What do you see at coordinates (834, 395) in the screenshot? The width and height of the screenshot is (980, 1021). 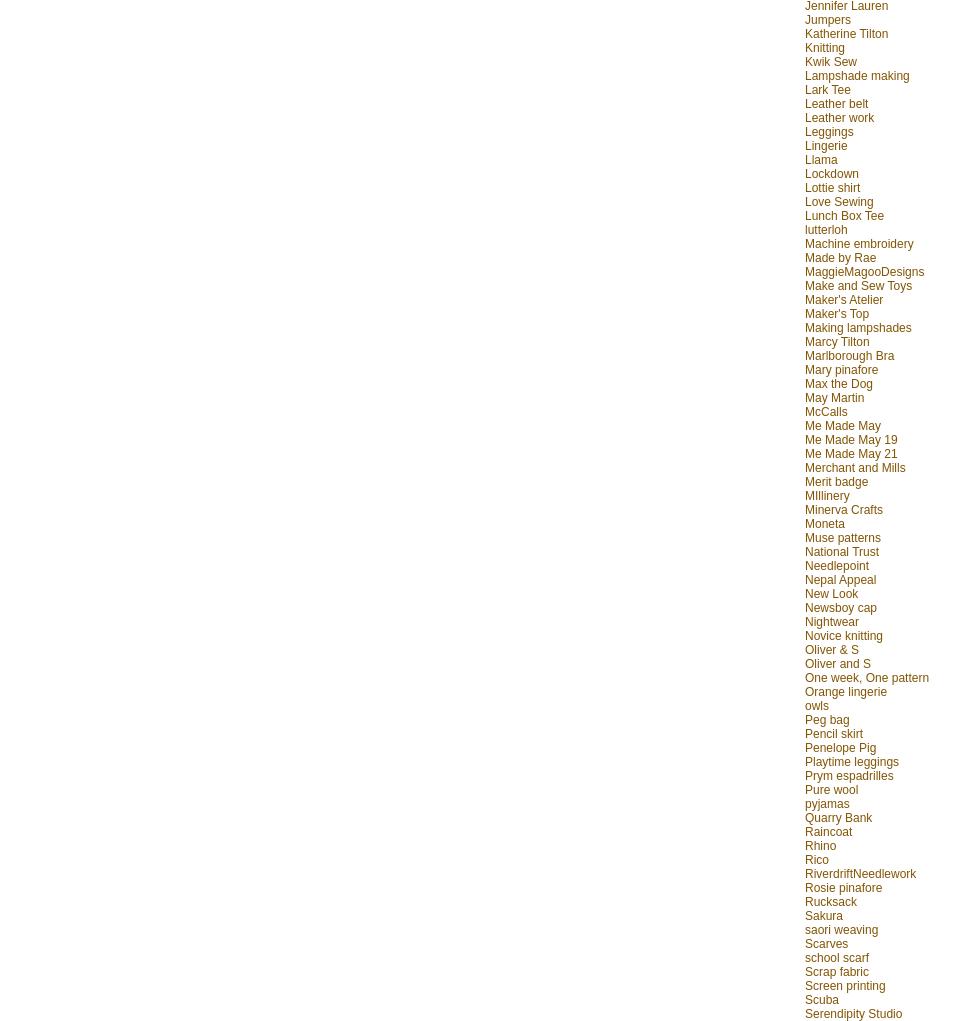 I see `'May Martin'` at bounding box center [834, 395].